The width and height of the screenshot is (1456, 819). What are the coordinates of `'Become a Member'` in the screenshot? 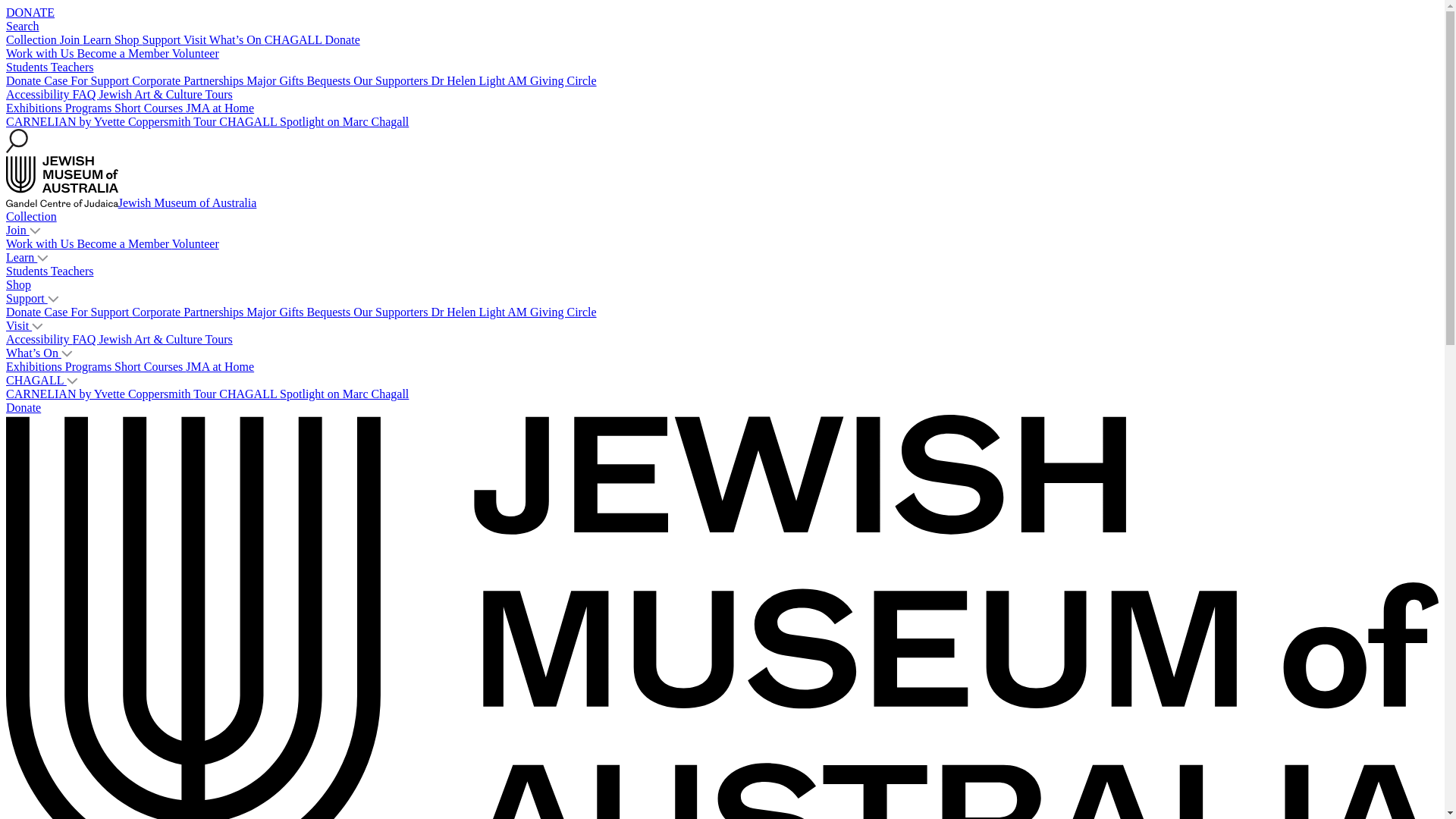 It's located at (75, 52).